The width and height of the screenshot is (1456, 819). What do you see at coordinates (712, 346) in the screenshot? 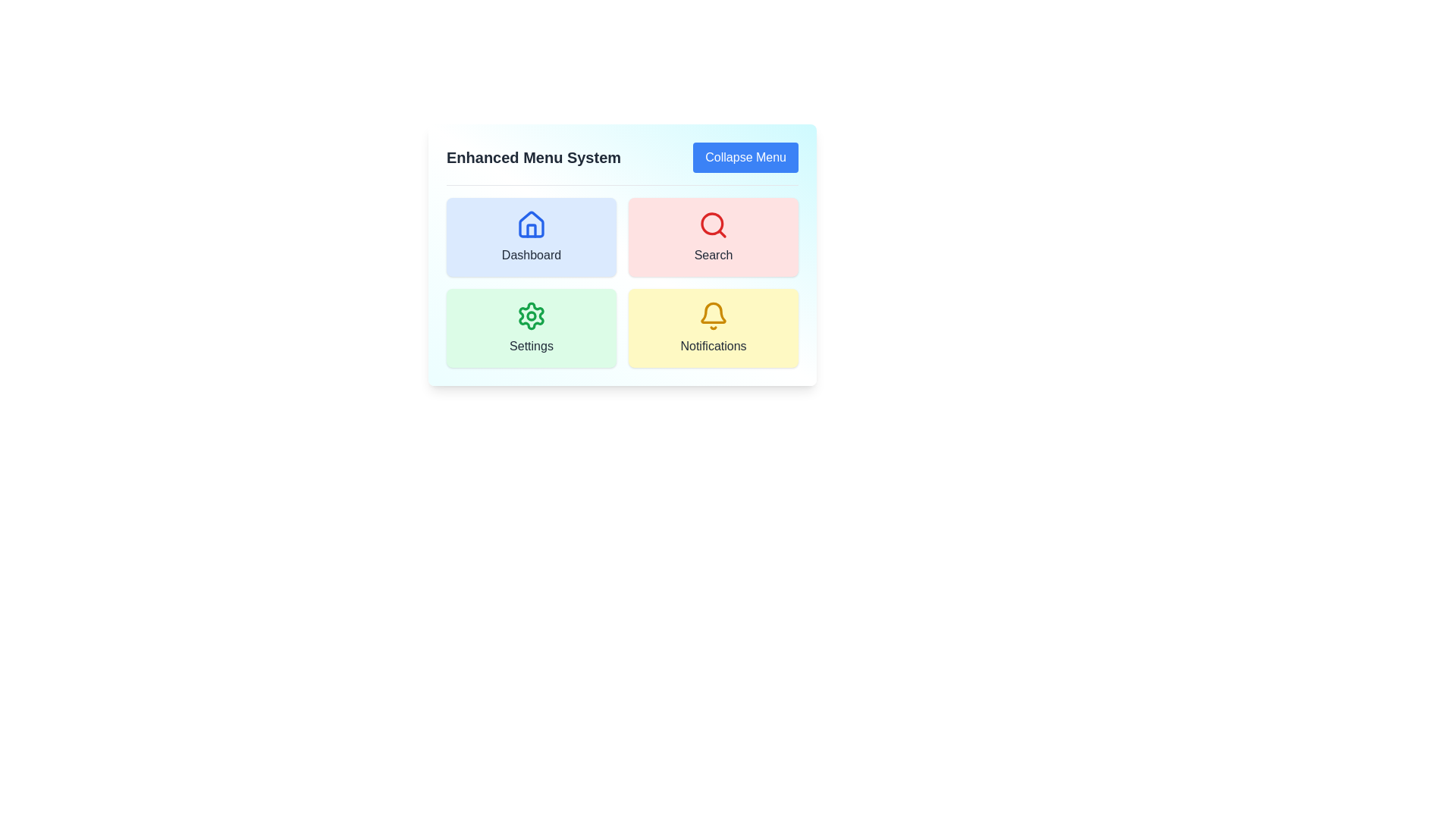
I see `the 'Notifications' label, which is styled in gray within a yellow background card, located in the bottom-right corner of the highlighted card` at bounding box center [712, 346].